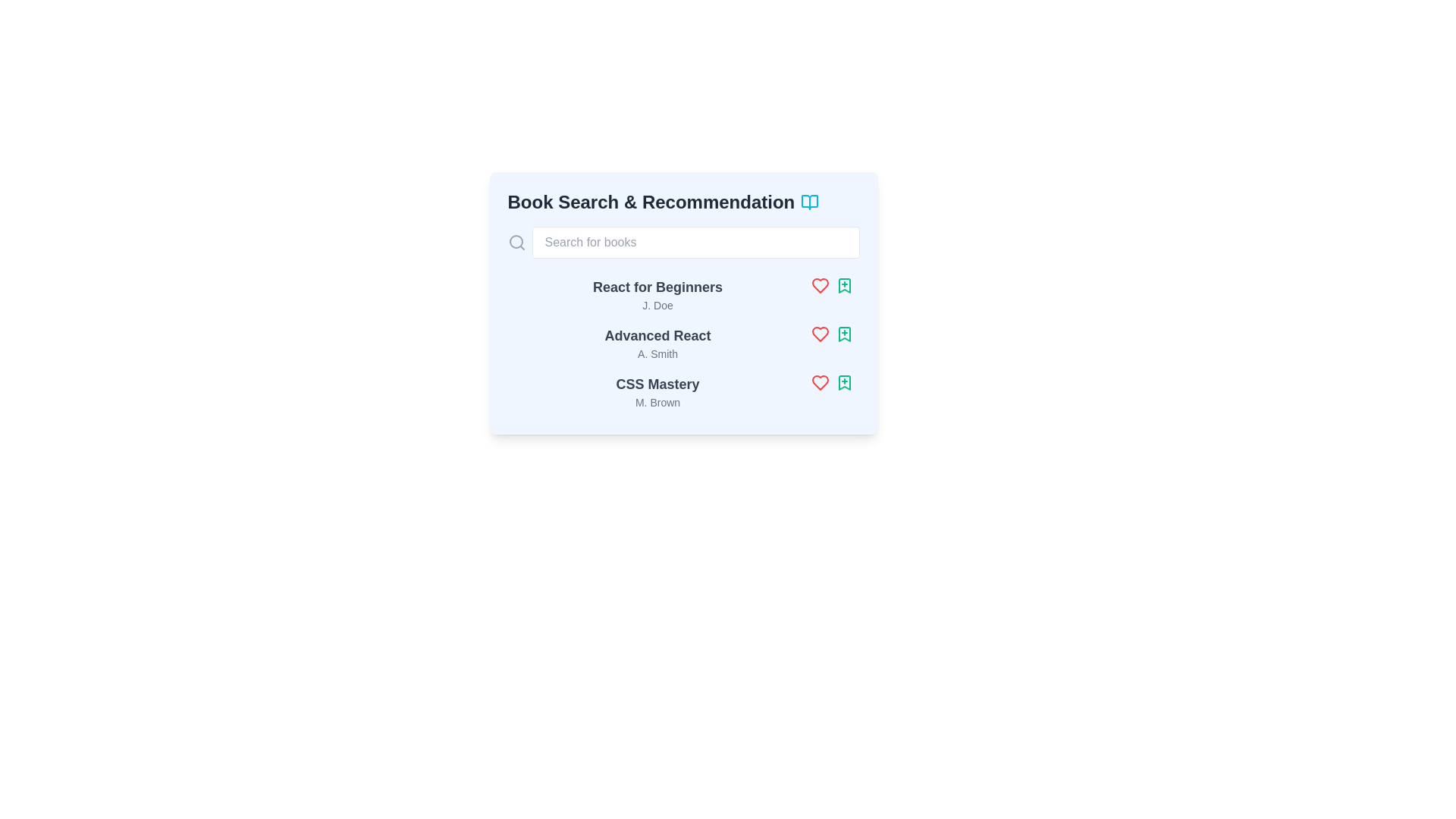 This screenshot has width=1456, height=819. Describe the element at coordinates (657, 295) in the screenshot. I see `the first book title in the list, which displays the title and author of the book, for further actions` at that location.